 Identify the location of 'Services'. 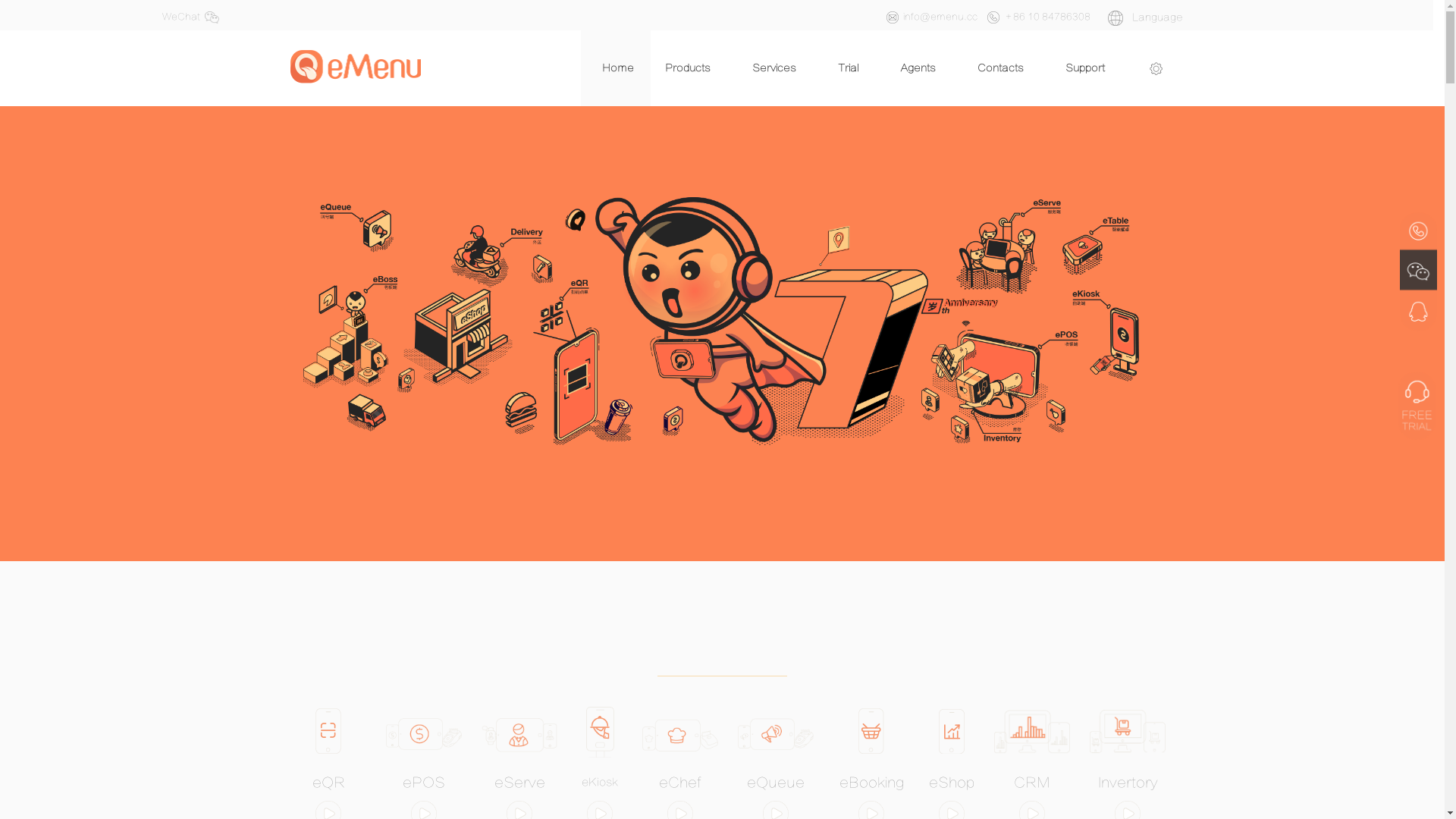
(774, 67).